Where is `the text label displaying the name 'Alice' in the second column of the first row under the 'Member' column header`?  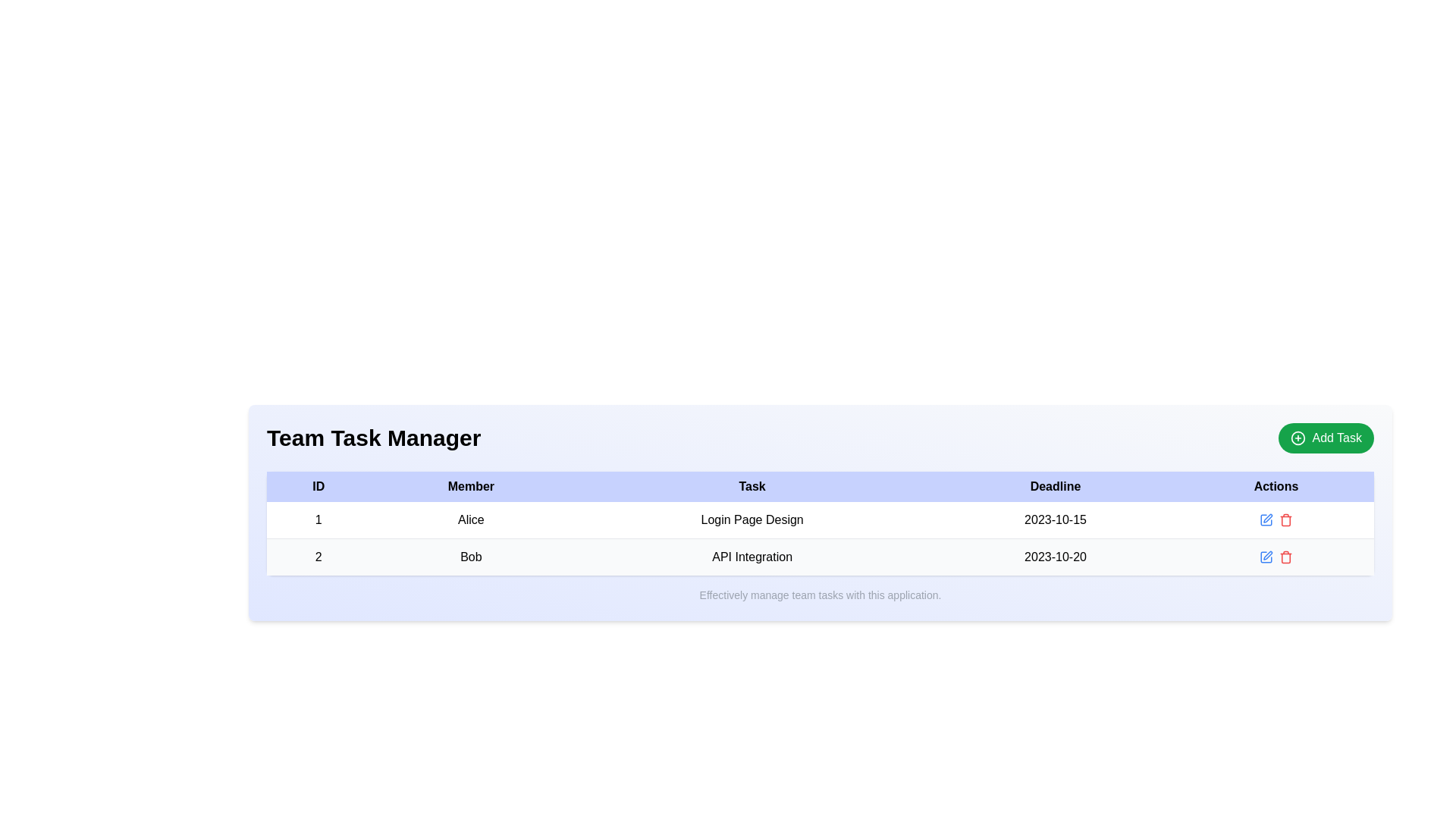 the text label displaying the name 'Alice' in the second column of the first row under the 'Member' column header is located at coordinates (470, 519).